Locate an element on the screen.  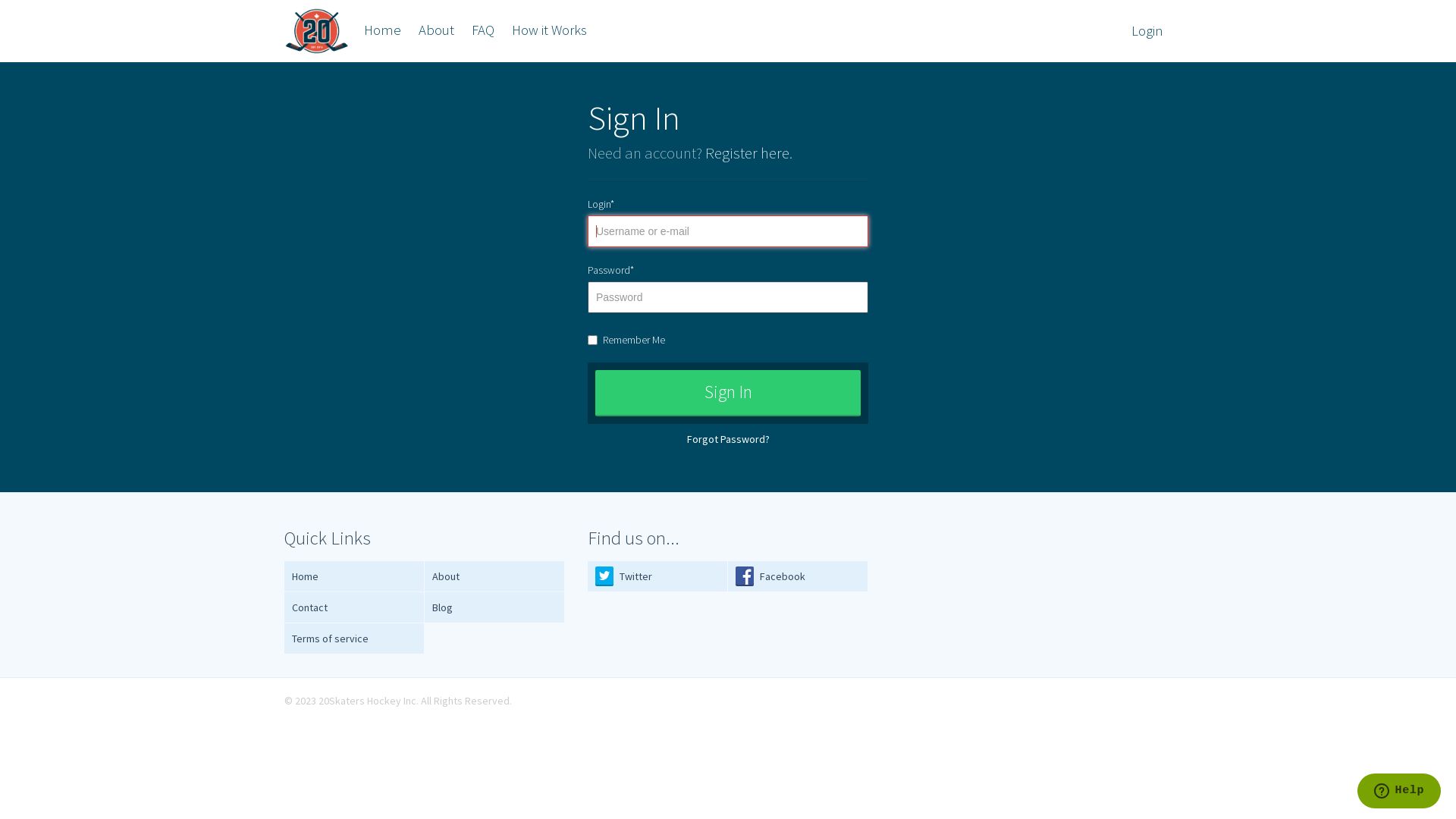
'About' is located at coordinates (411, 30).